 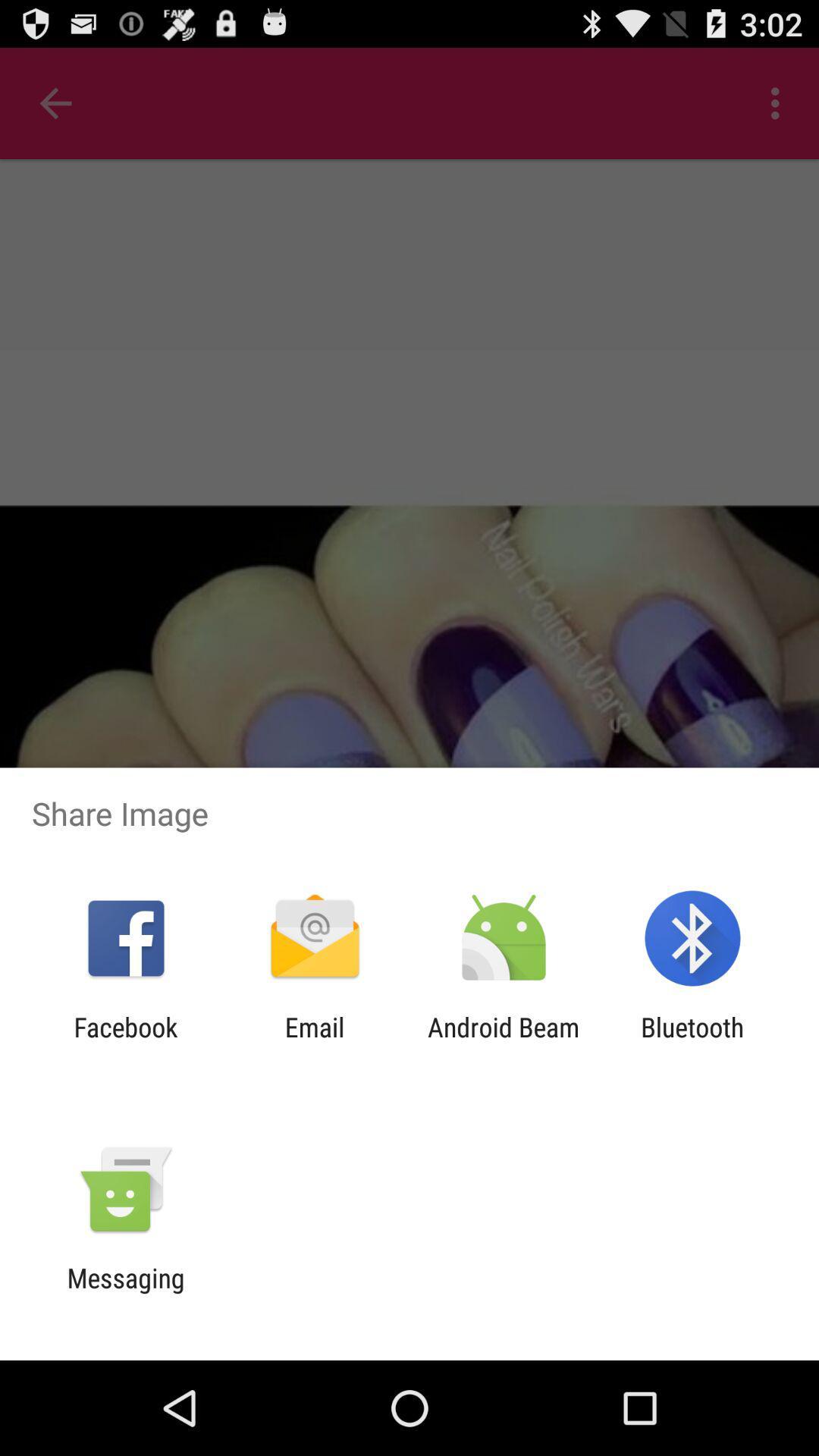 I want to click on icon next to facebook icon, so click(x=314, y=1042).